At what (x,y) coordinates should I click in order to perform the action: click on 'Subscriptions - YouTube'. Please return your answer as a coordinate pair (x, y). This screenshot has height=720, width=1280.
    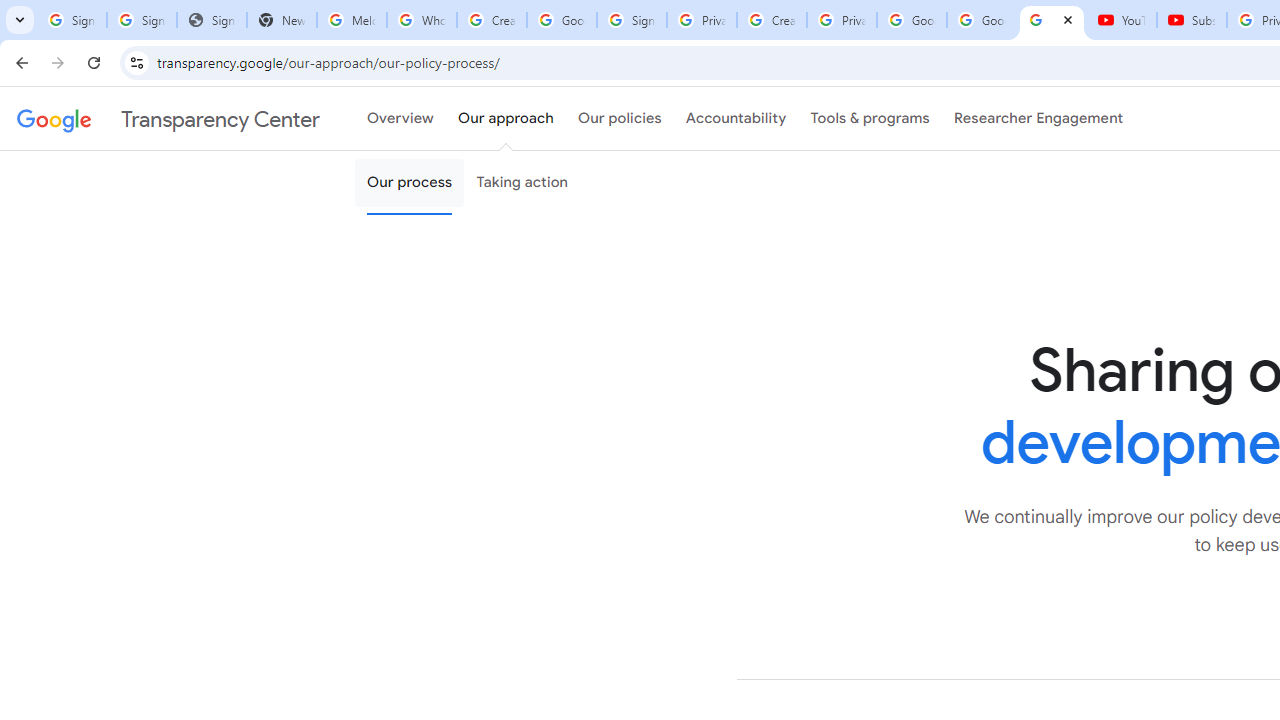
    Looking at the image, I should click on (1192, 20).